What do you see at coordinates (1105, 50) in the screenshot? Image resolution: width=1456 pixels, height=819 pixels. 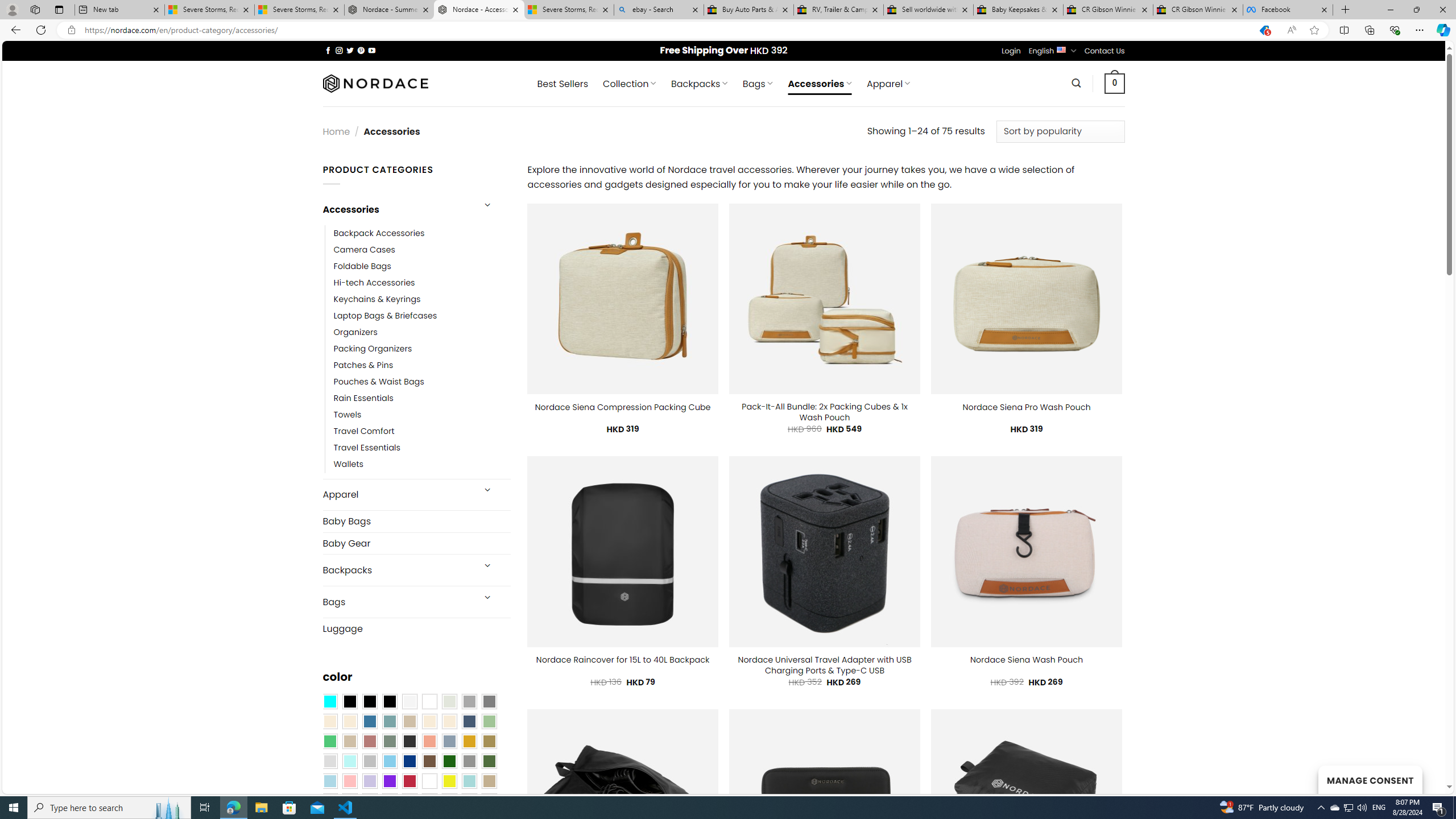 I see `'Contact Us'` at bounding box center [1105, 50].